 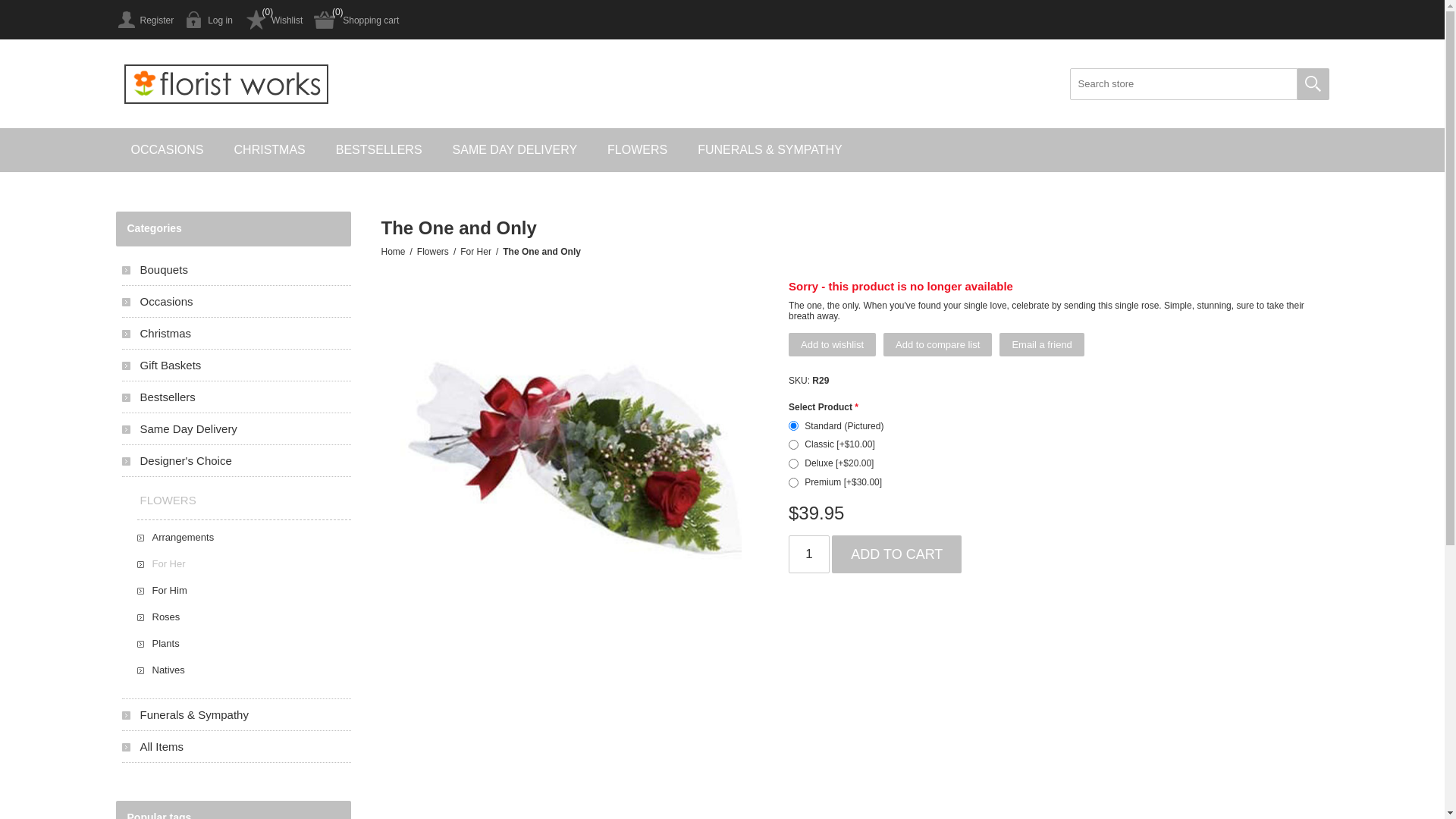 I want to click on 'Occasions', so click(x=235, y=301).